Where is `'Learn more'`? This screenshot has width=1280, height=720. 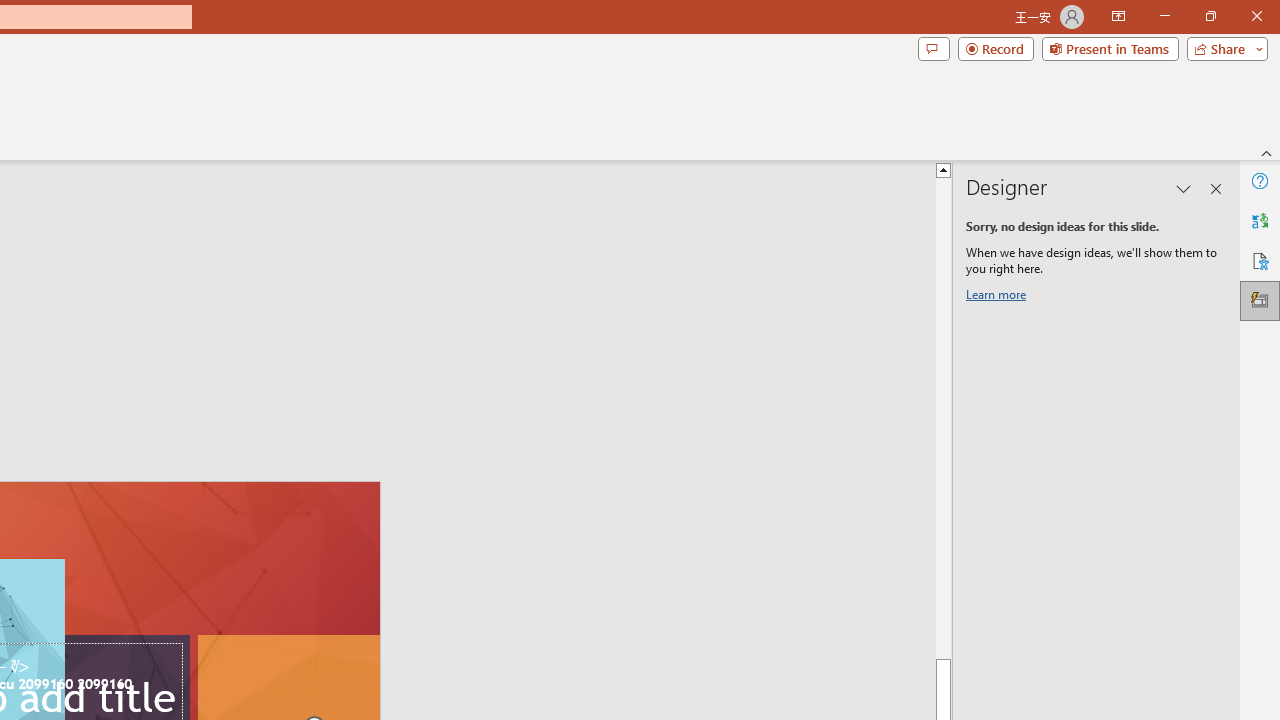 'Learn more' is located at coordinates (999, 298).